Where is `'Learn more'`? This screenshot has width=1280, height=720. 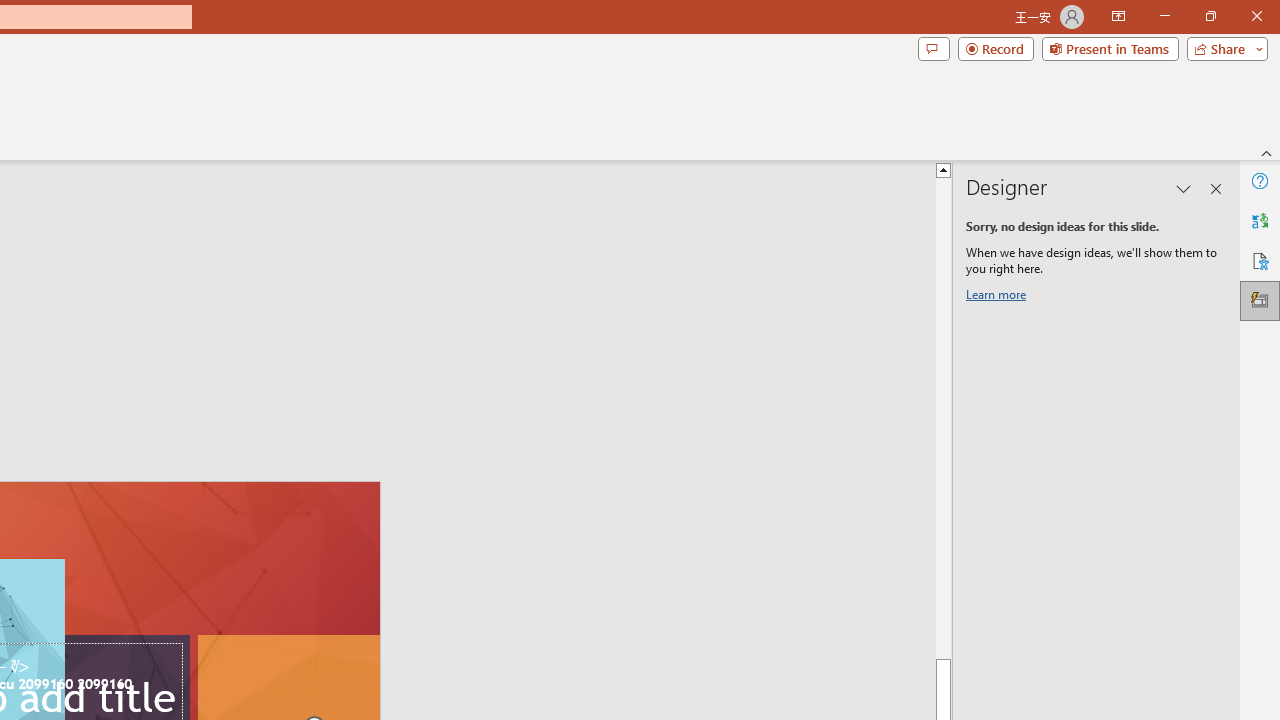 'Learn more' is located at coordinates (999, 298).